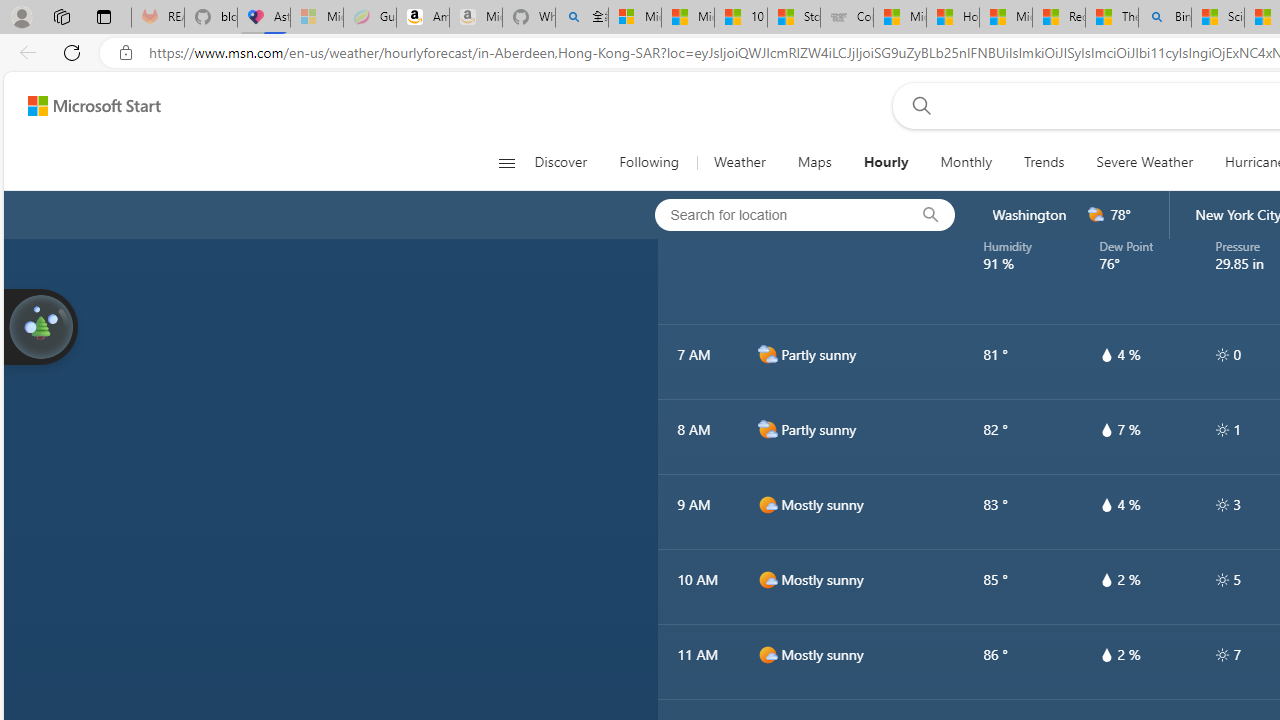 This screenshot has height=720, width=1280. Describe the element at coordinates (1144, 162) in the screenshot. I see `'Severe Weather'` at that location.